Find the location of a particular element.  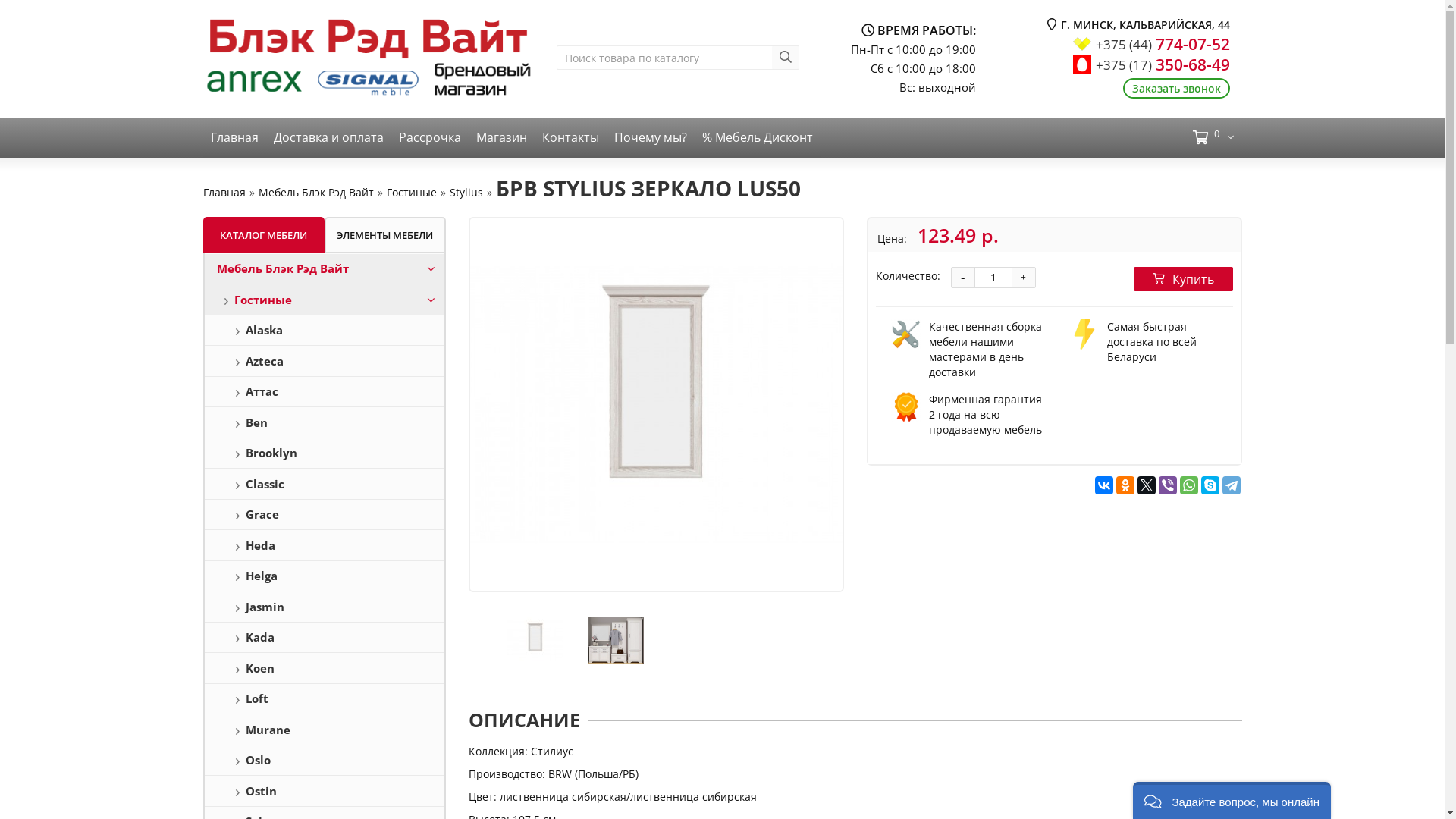

'Telegram' is located at coordinates (1231, 485).